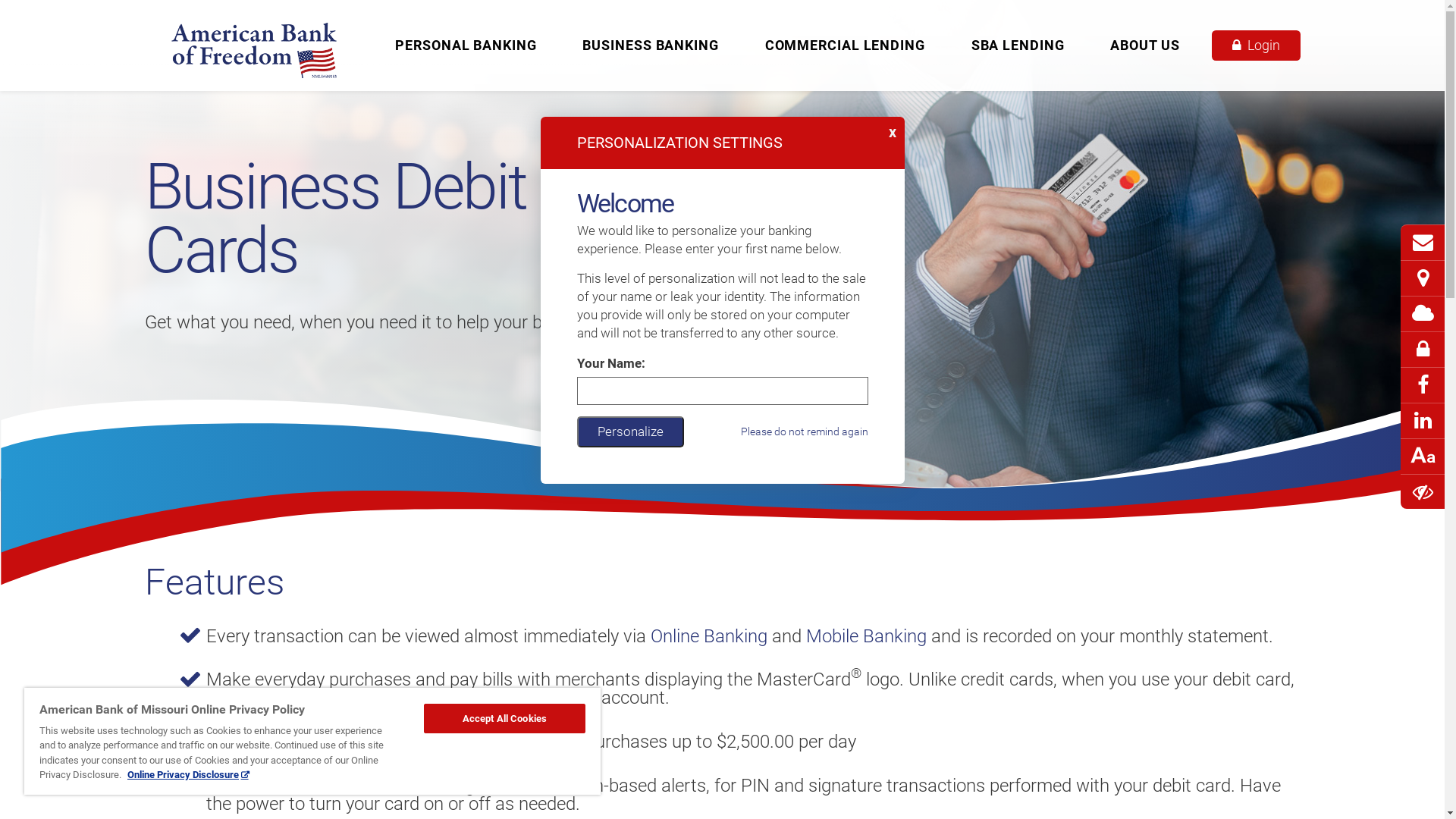 This screenshot has width=1456, height=819. What do you see at coordinates (1422, 428) in the screenshot?
I see `'LinkedIn'` at bounding box center [1422, 428].